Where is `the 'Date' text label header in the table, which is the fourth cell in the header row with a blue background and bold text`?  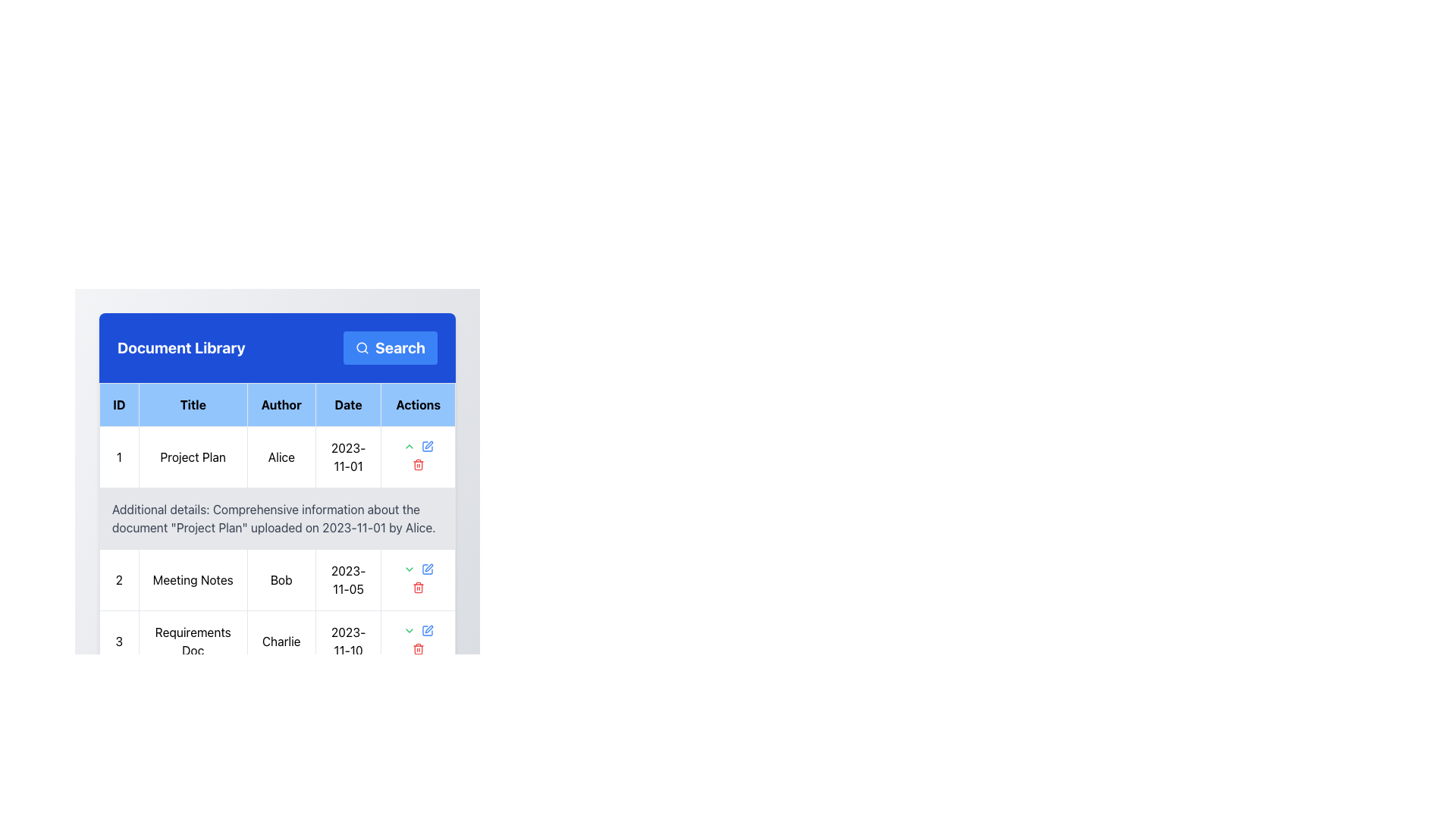
the 'Date' text label header in the table, which is the fourth cell in the header row with a blue background and bold text is located at coordinates (347, 403).